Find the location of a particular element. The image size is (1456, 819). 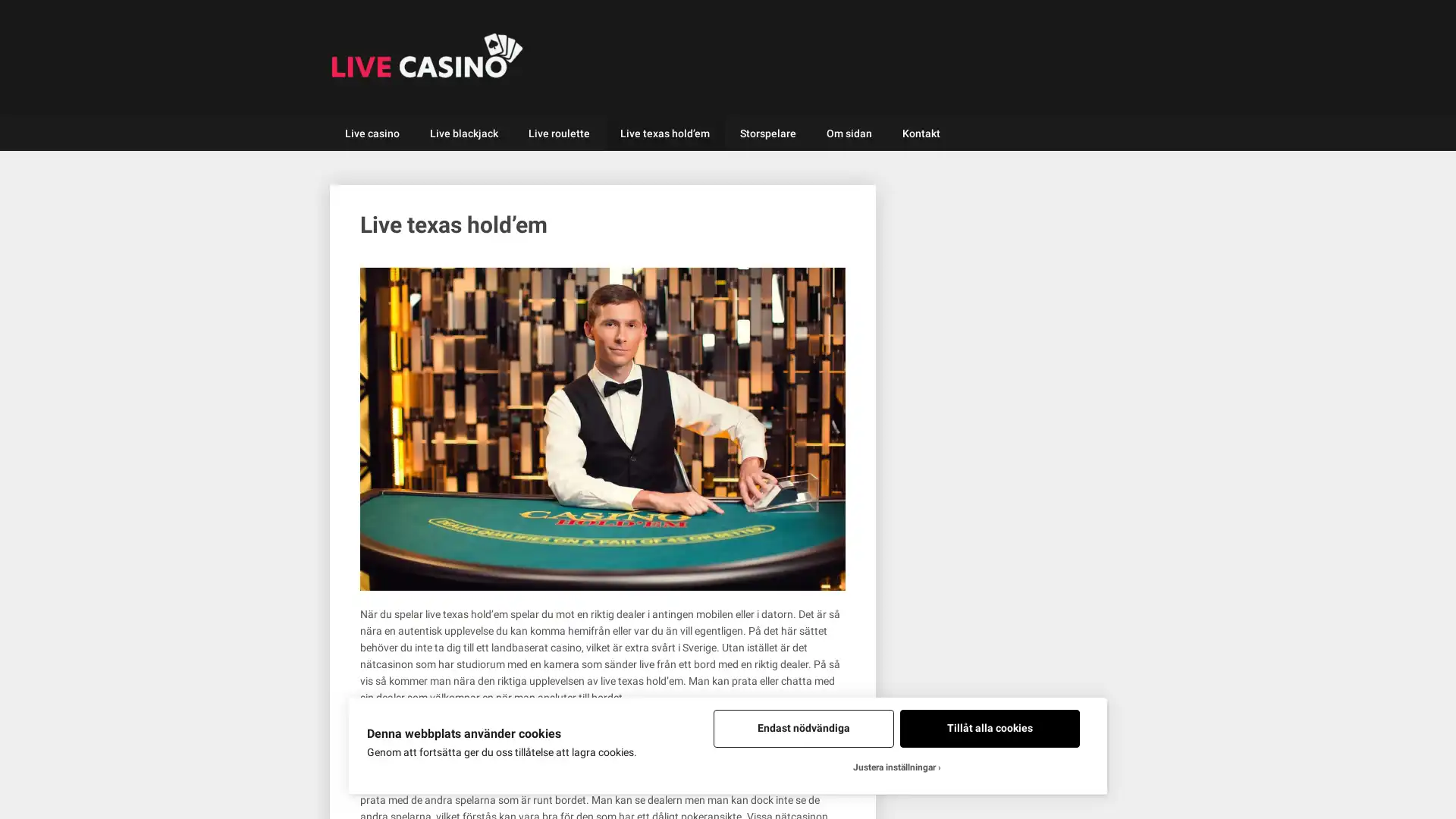

Tillat alla cookies is located at coordinates (990, 727).